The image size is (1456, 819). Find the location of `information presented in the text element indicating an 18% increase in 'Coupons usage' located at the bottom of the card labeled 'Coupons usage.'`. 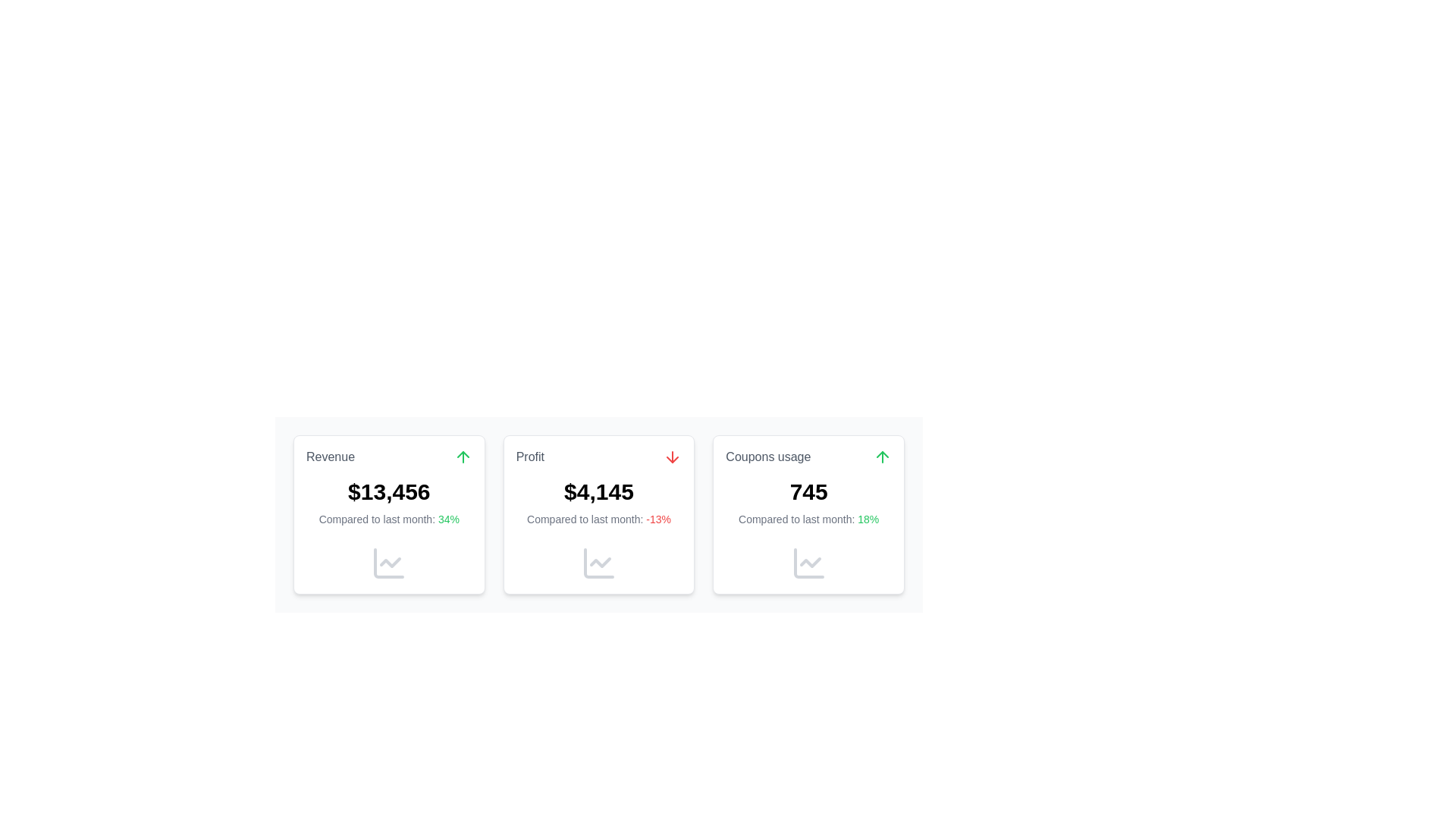

information presented in the text element indicating an 18% increase in 'Coupons usage' located at the bottom of the card labeled 'Coupons usage.' is located at coordinates (808, 519).